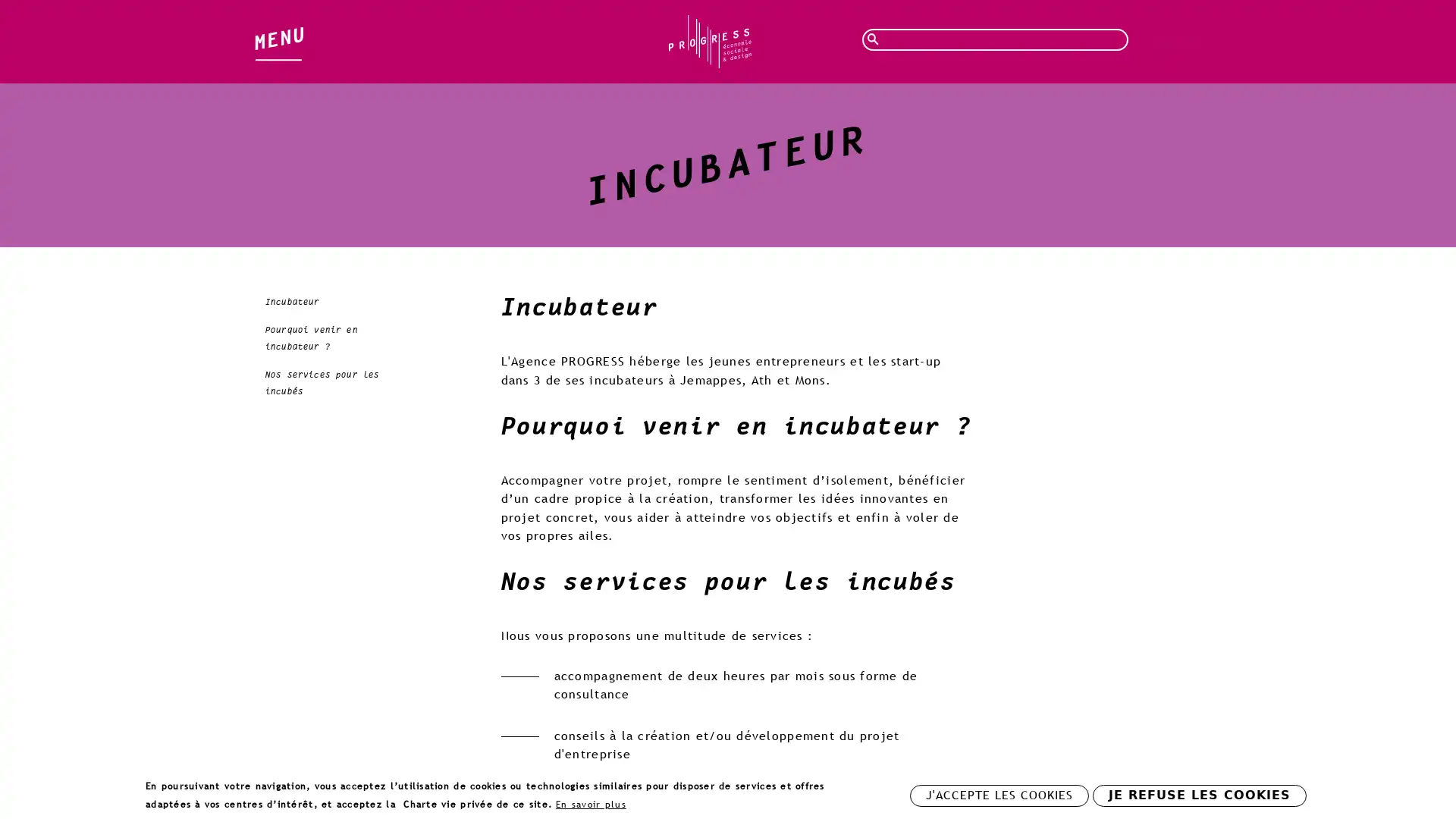  What do you see at coordinates (1119, 40) in the screenshot?
I see `Rechercher` at bounding box center [1119, 40].